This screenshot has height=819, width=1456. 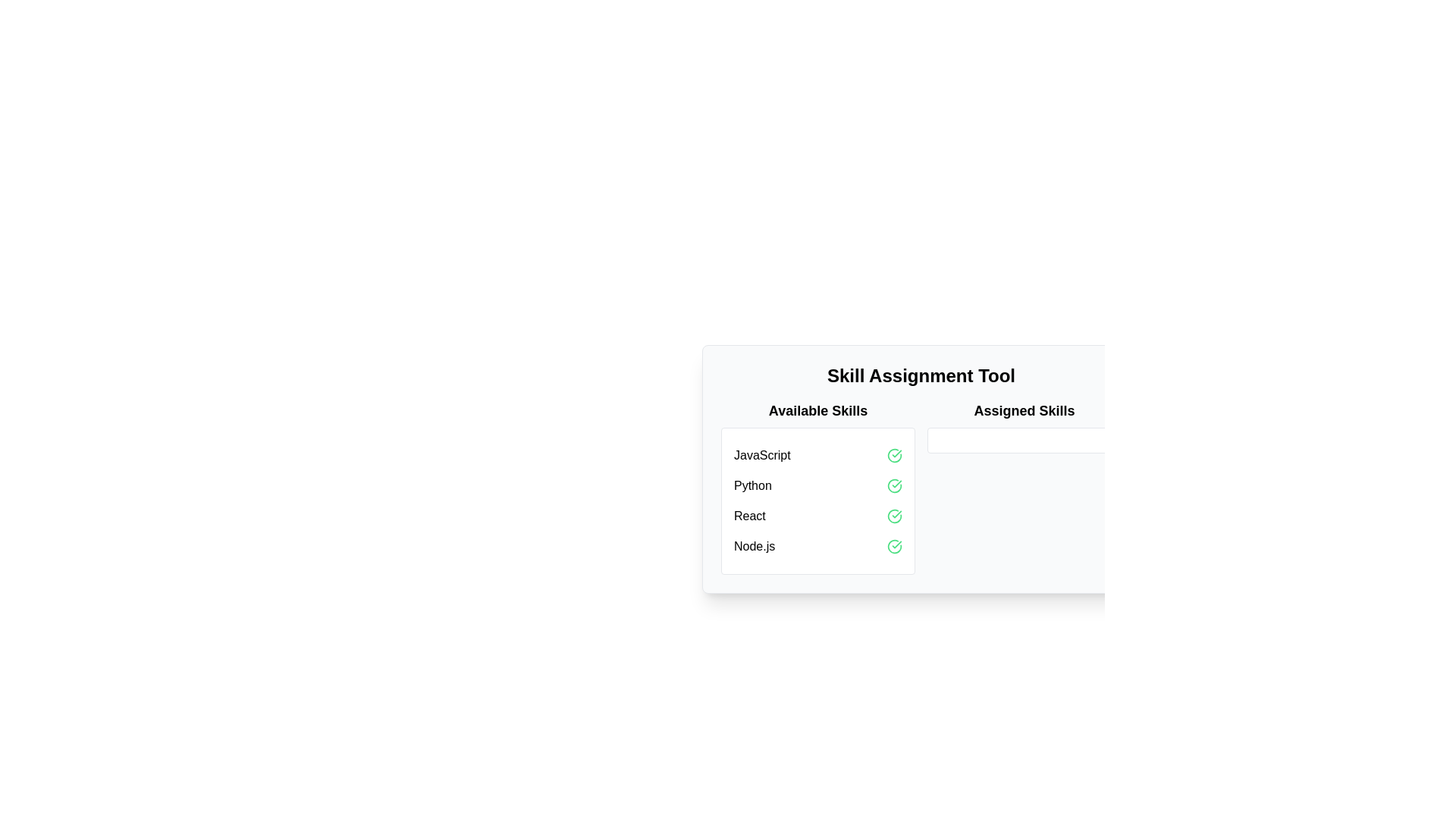 I want to click on the fourth icon in the 'Available Skills' section that indicates the 'Node.js' skill is active, so click(x=895, y=547).